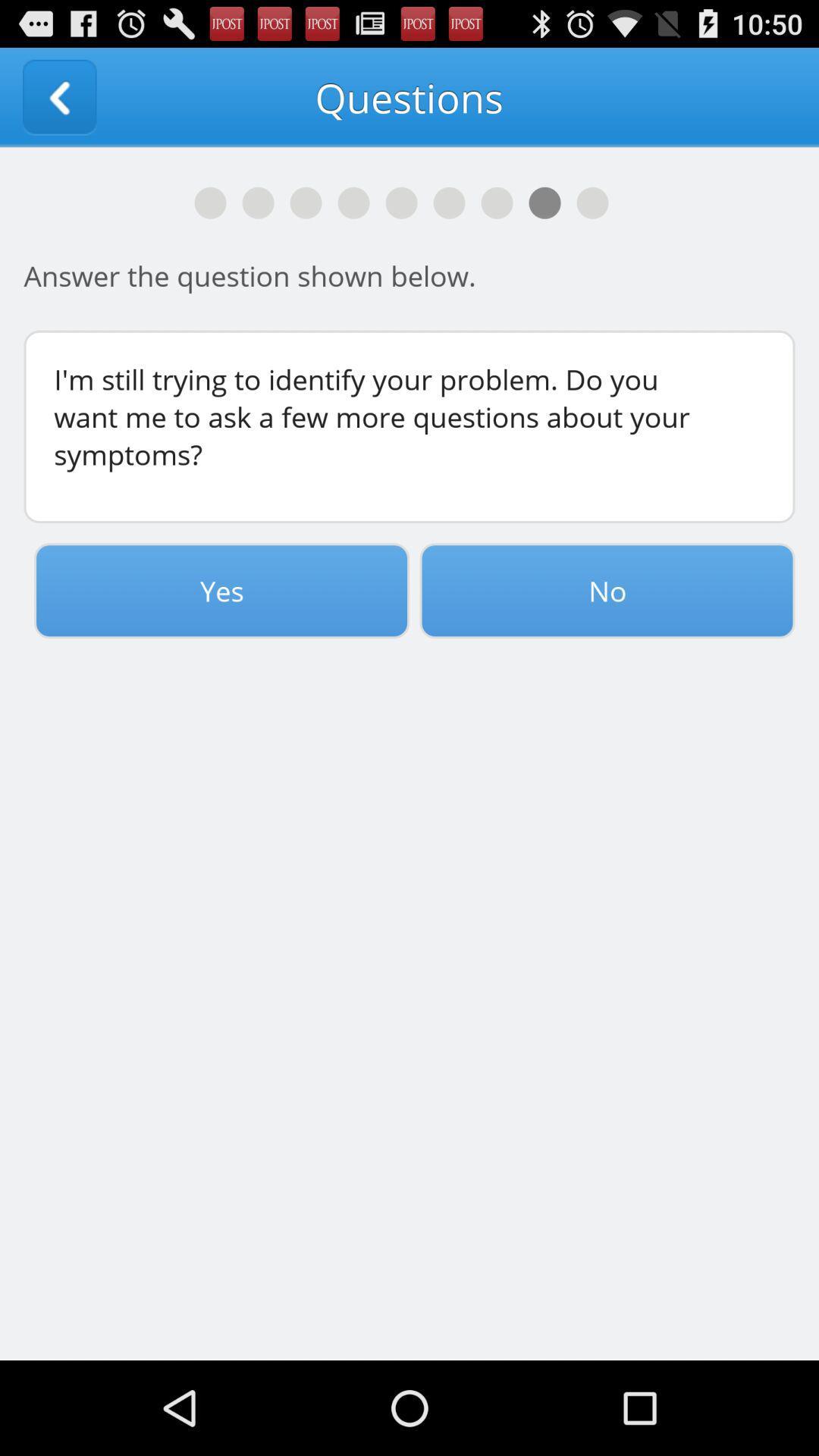 This screenshot has height=1456, width=819. Describe the element at coordinates (58, 96) in the screenshot. I see `item to the left of the questions app` at that location.